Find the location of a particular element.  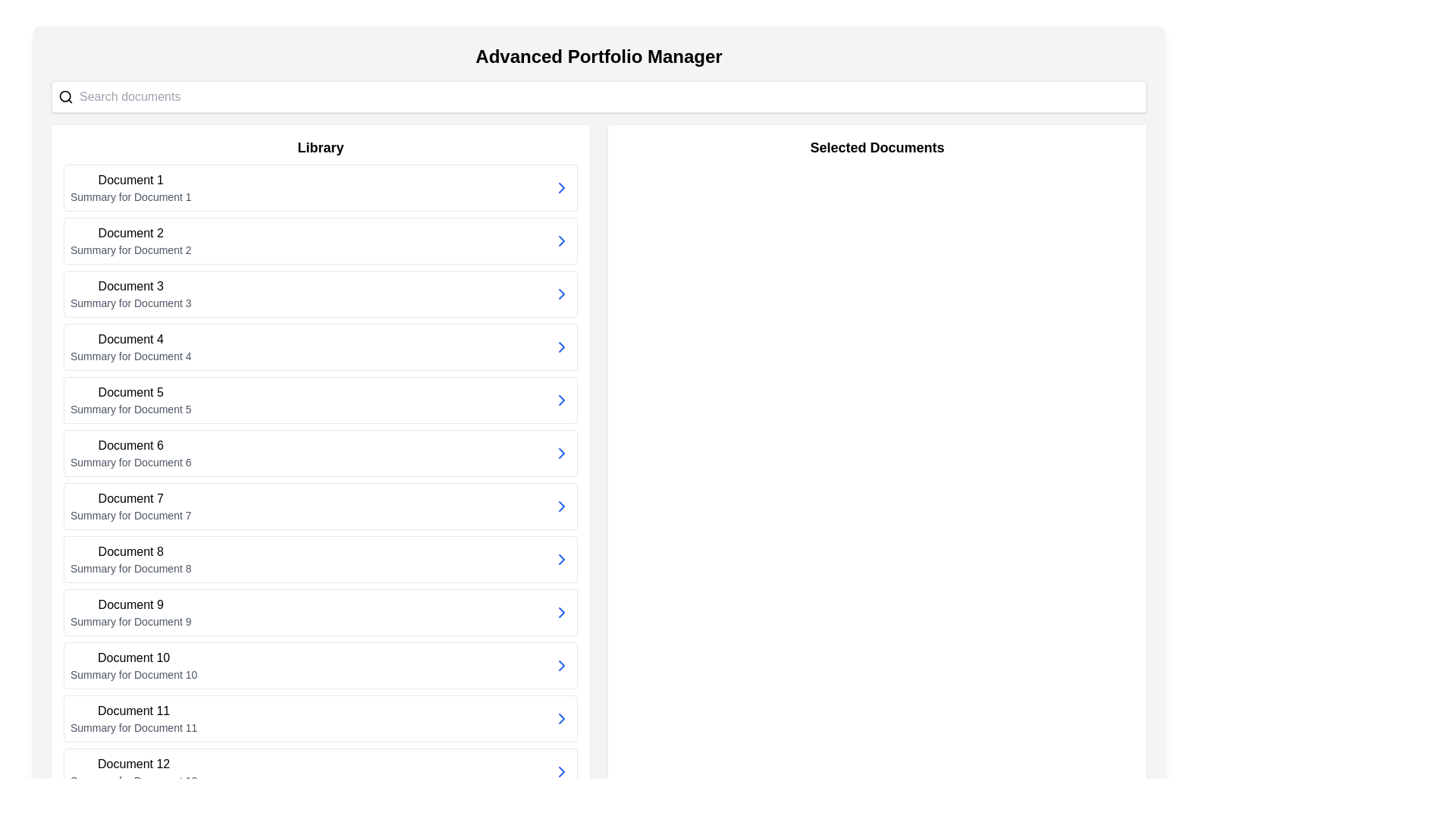

the right-facing chevron icon associated with 'Document 12' in the bottom-most row of the document list to trigger the tooltip or visual effect is located at coordinates (560, 772).